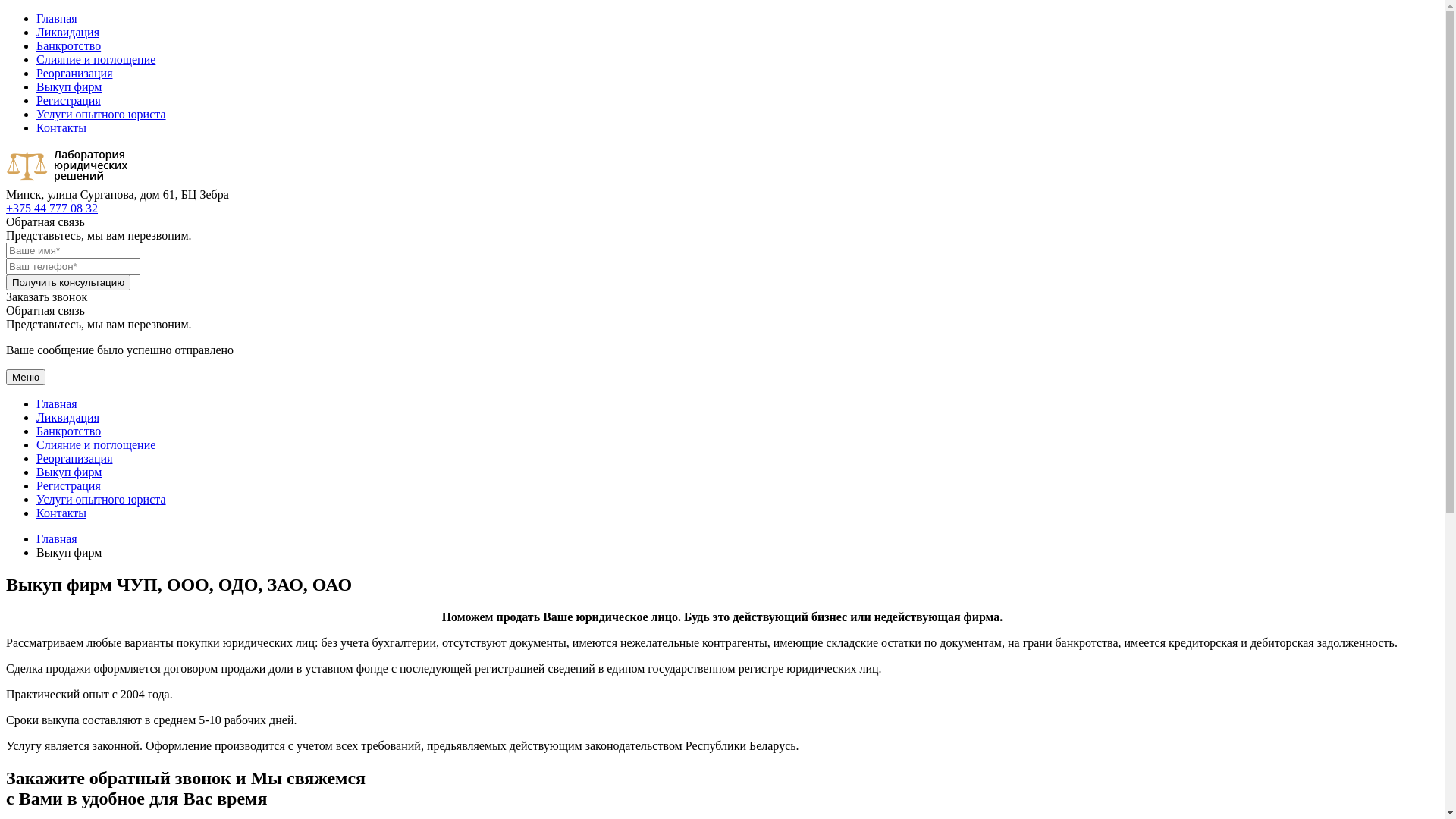 This screenshot has height=819, width=1456. What do you see at coordinates (52, 208) in the screenshot?
I see `'+375 44 777 08 32'` at bounding box center [52, 208].